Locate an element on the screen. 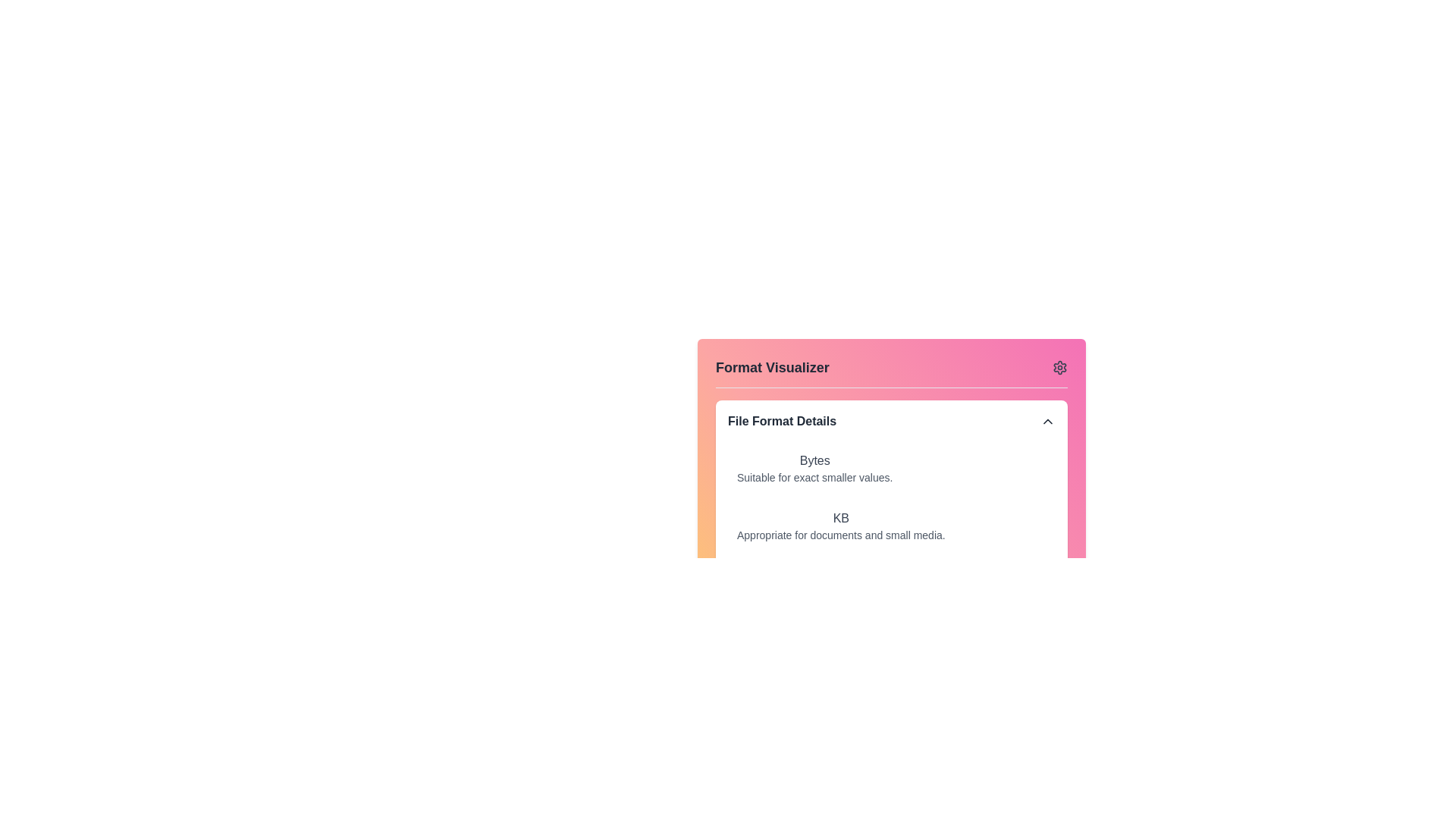 Image resolution: width=1456 pixels, height=819 pixels. the first selectable list item titled 'Bytes' that is highlighted on mouse over, which is positioned above the 'KB' option in the storage unit options list is located at coordinates (892, 467).